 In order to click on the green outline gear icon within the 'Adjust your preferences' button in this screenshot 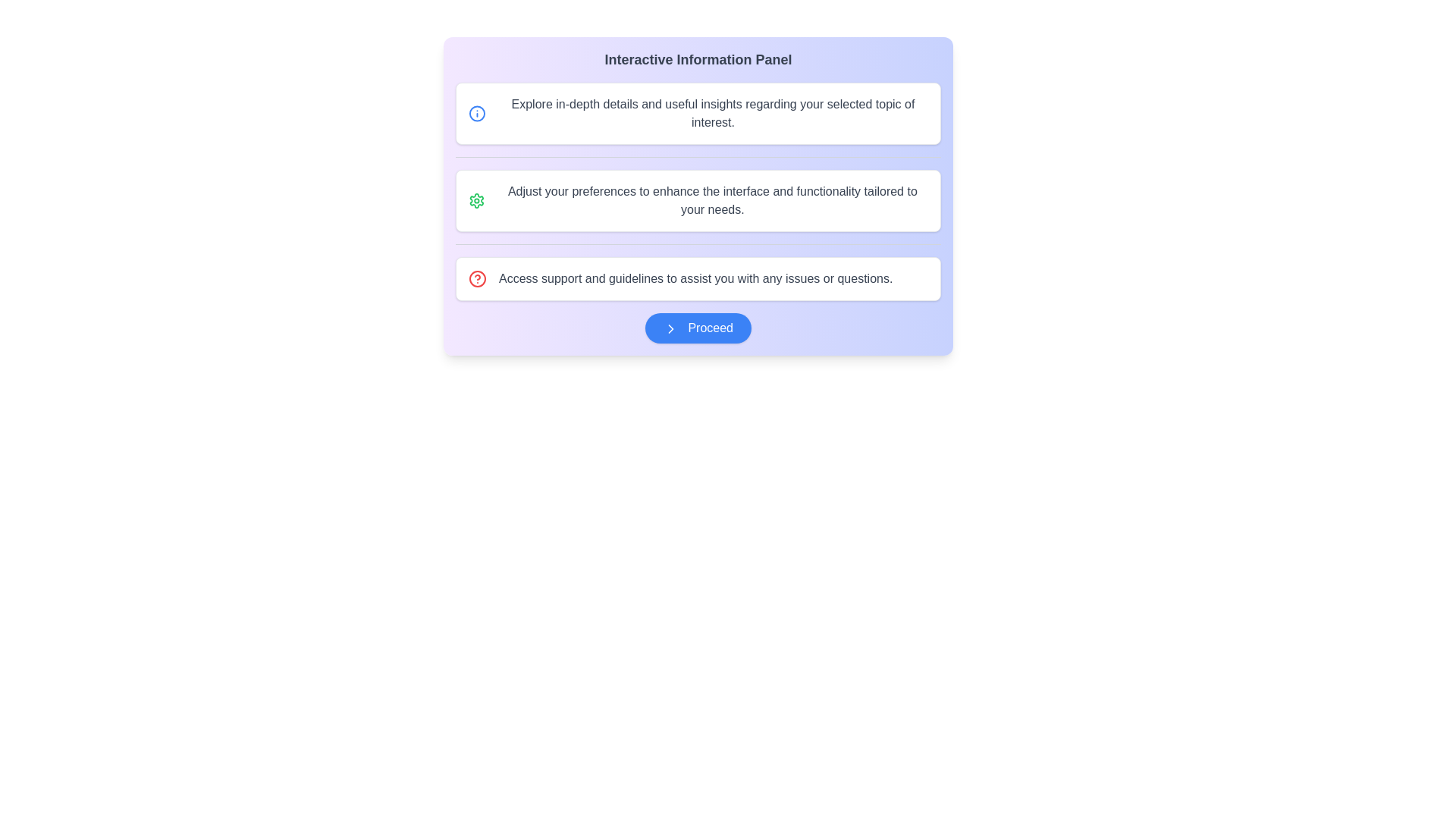, I will do `click(475, 200)`.